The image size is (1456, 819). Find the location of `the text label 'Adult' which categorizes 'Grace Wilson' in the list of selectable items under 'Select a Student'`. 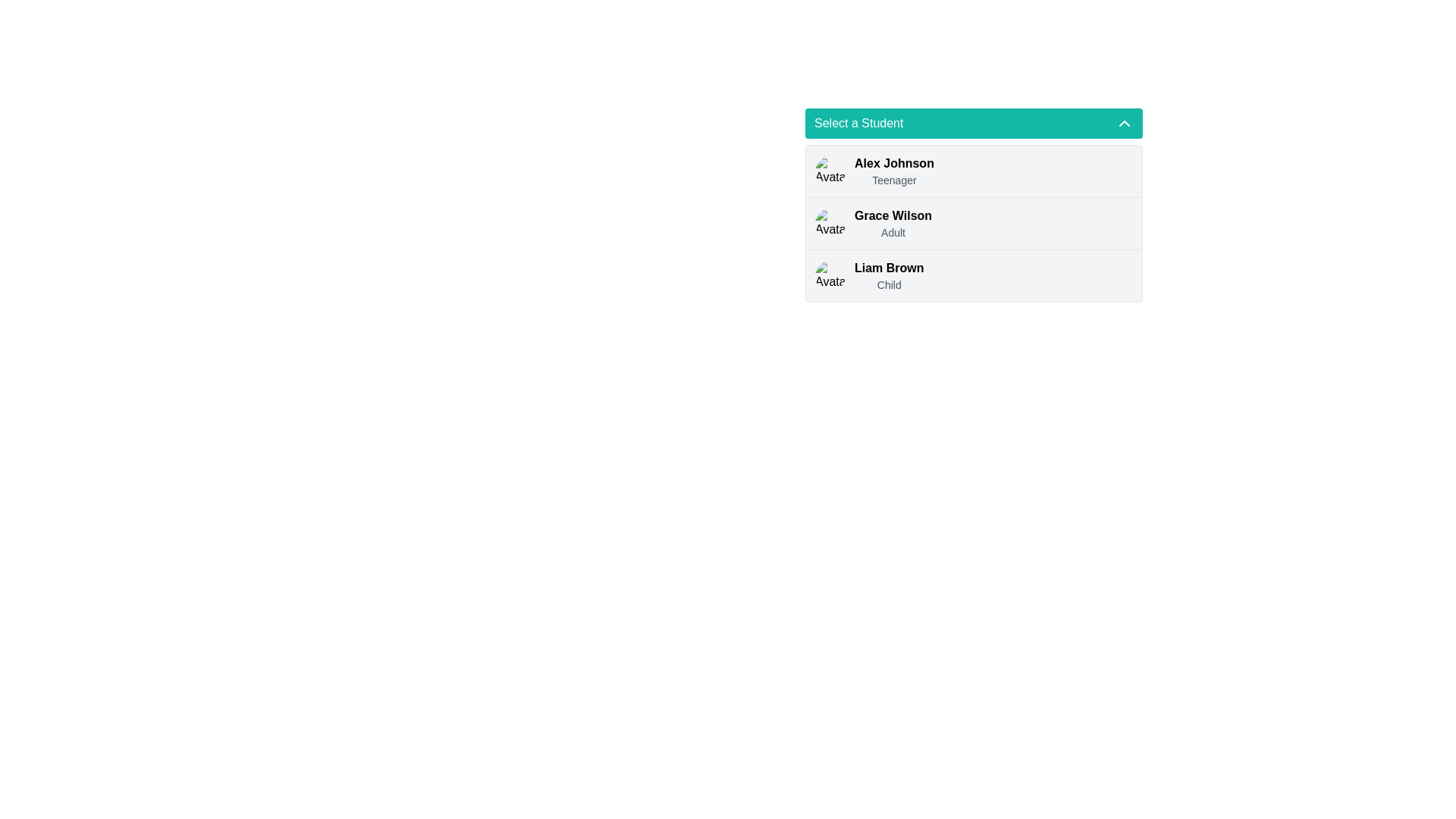

the text label 'Adult' which categorizes 'Grace Wilson' in the list of selectable items under 'Select a Student' is located at coordinates (893, 233).